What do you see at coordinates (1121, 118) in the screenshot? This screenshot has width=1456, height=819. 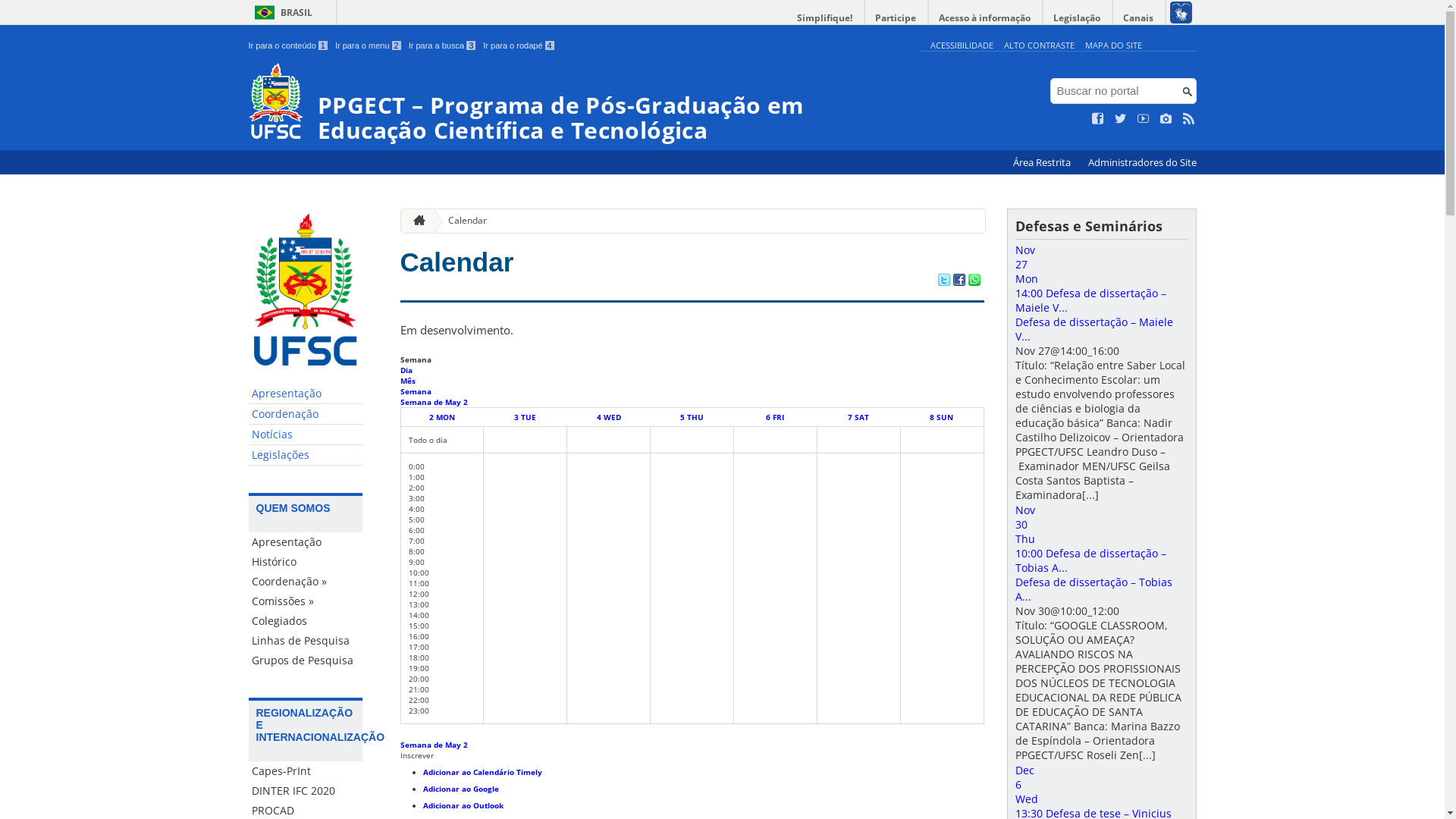 I see `'Siga no Twitter'` at bounding box center [1121, 118].